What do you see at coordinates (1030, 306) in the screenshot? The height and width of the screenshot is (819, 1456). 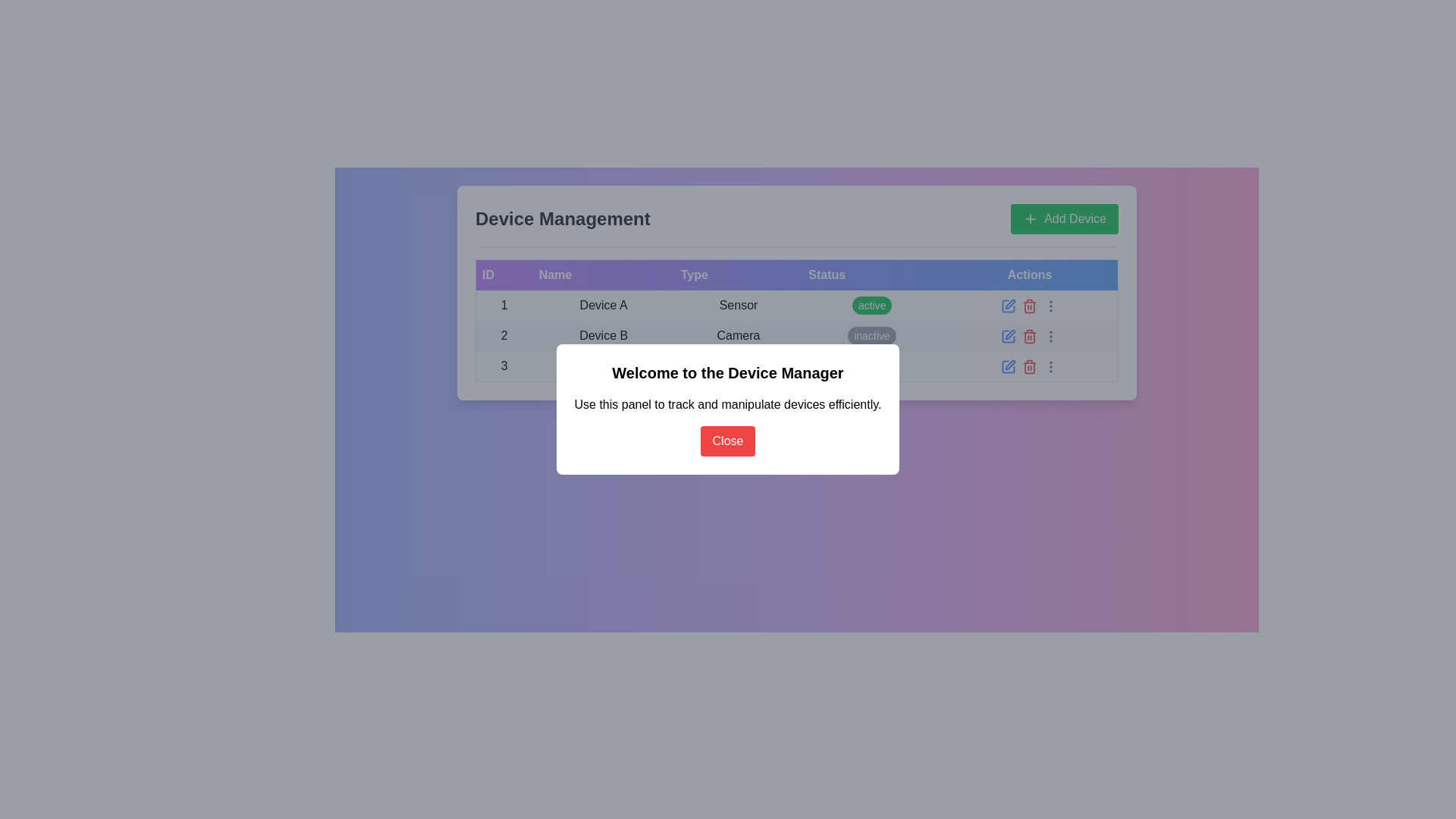 I see `the trash can icon button outlined in red located in the 'Actions' column of the second row` at bounding box center [1030, 306].